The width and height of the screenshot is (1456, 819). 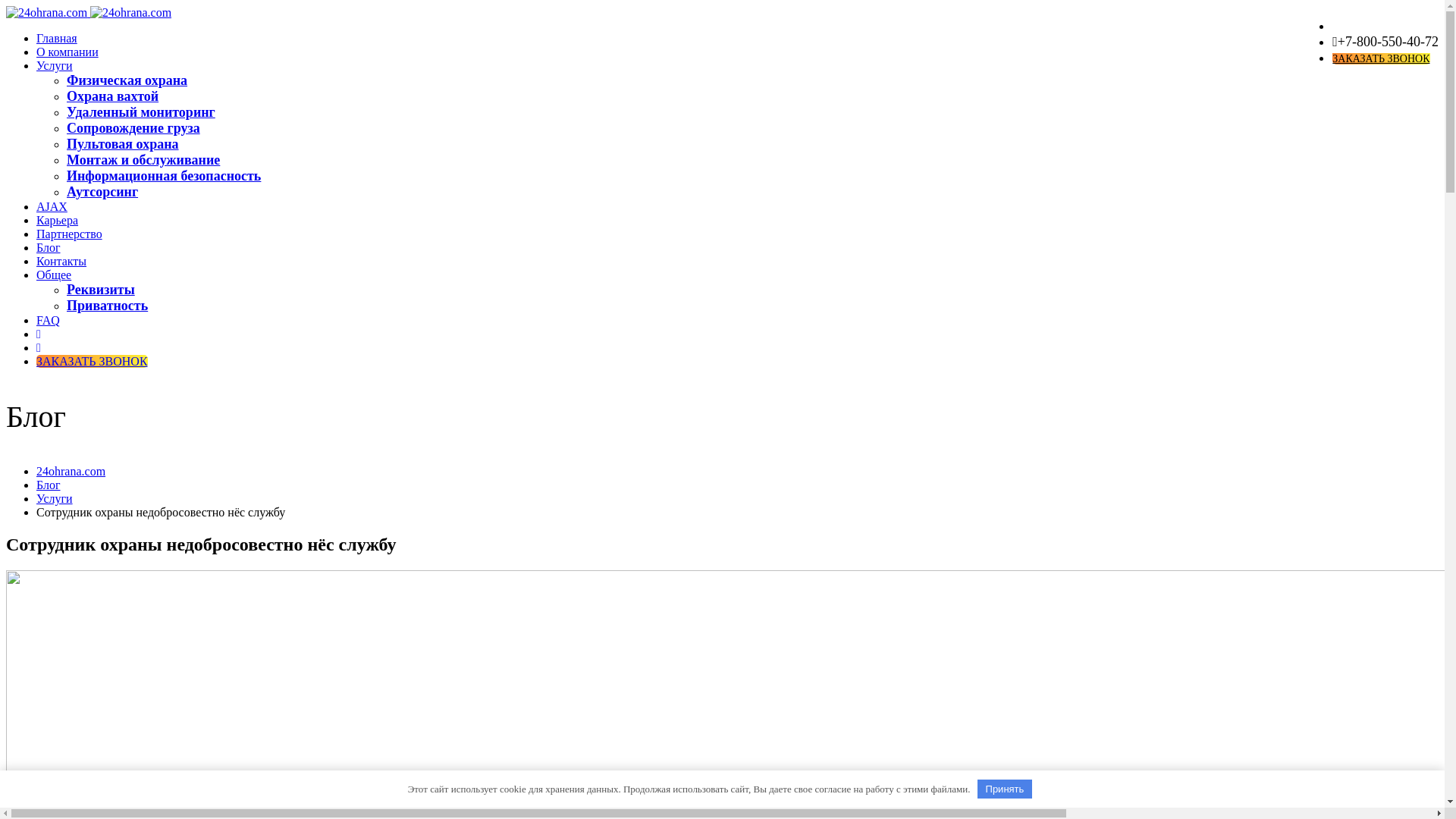 What do you see at coordinates (39, 333) in the screenshot?
I see `'Instagram'` at bounding box center [39, 333].